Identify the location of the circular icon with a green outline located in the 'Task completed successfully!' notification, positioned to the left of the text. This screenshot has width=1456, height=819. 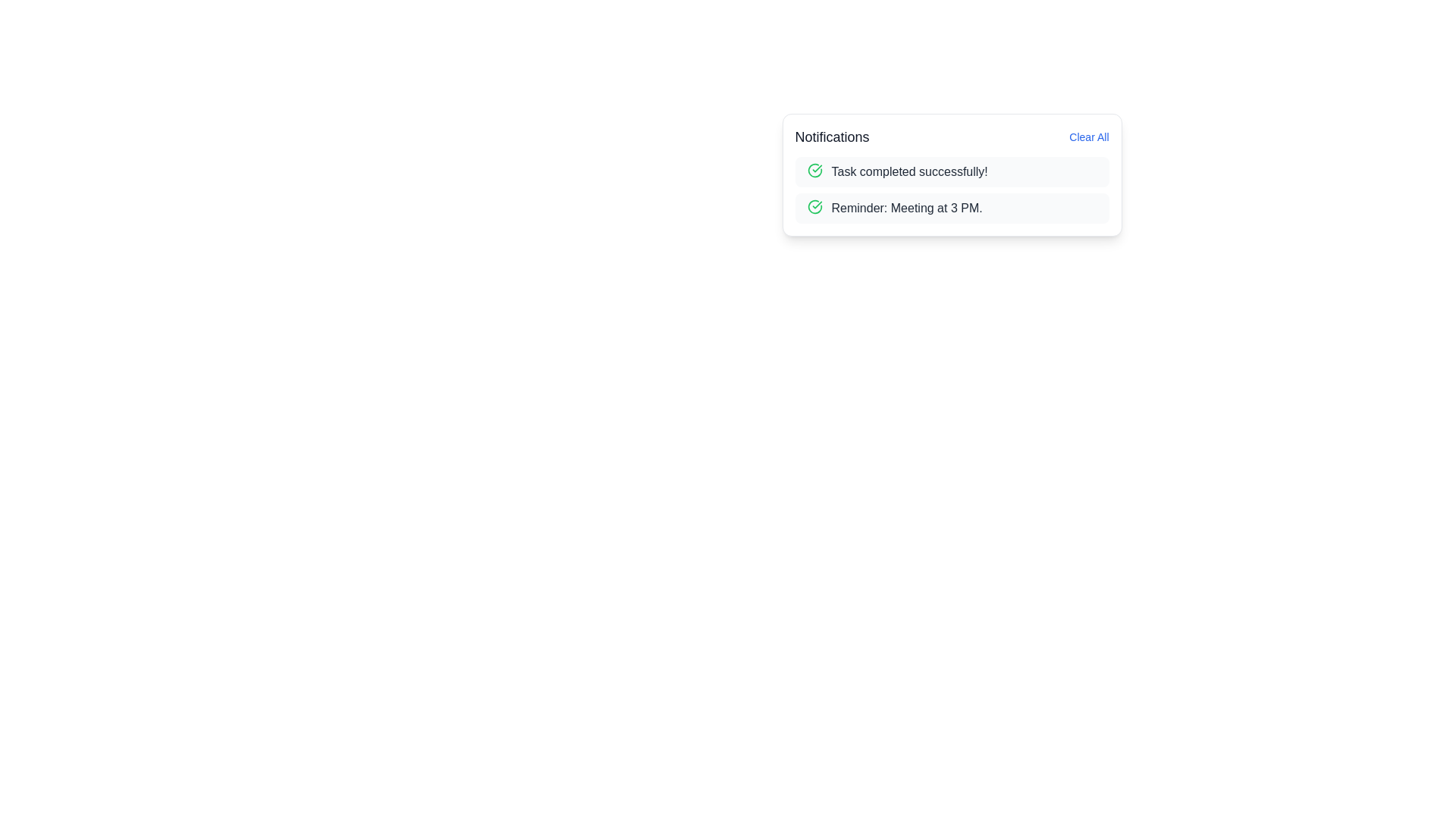
(814, 170).